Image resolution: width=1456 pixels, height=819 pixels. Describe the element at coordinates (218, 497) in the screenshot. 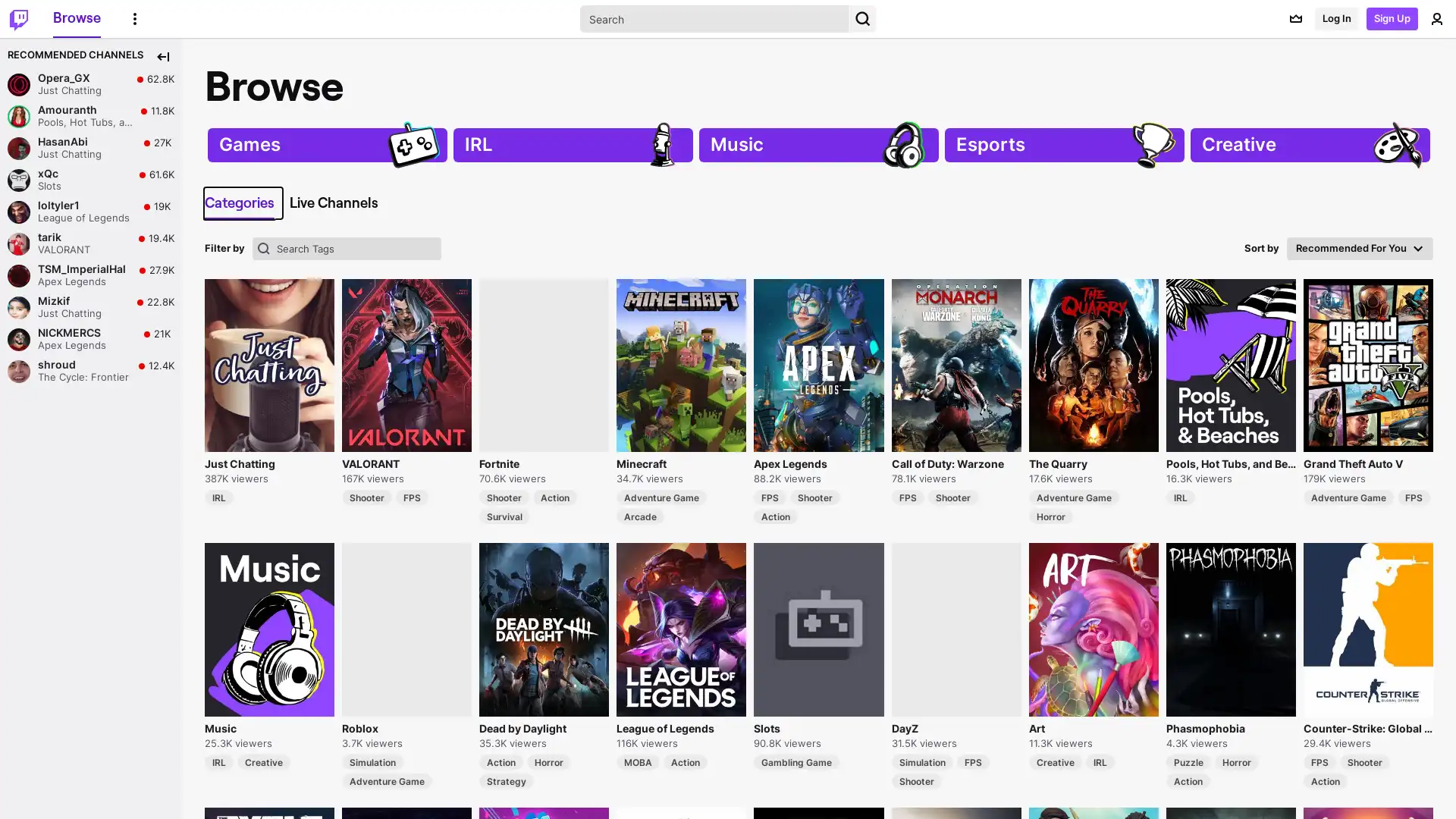

I see `IRL` at that location.